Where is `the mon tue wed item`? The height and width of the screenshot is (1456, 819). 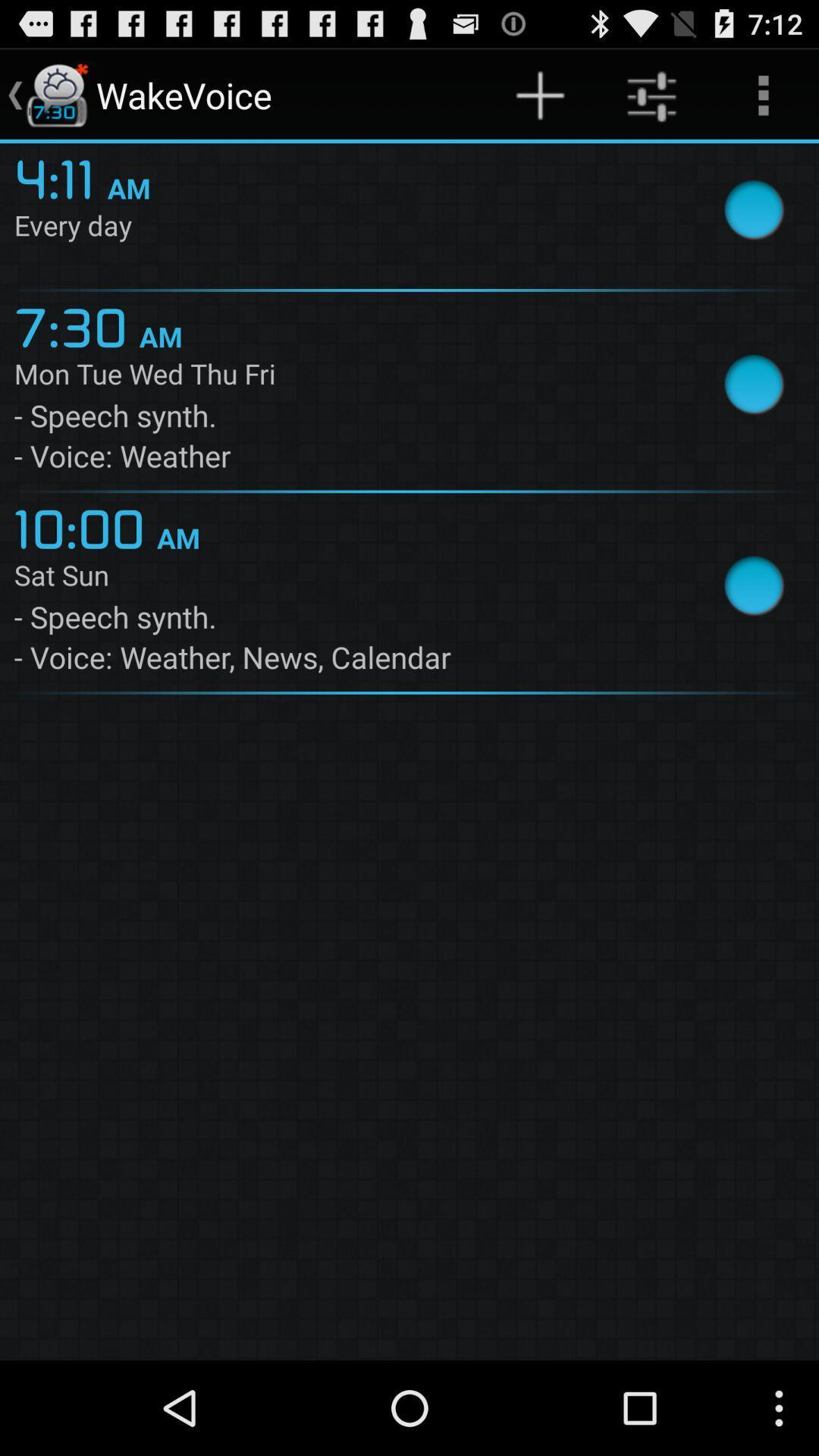
the mon tue wed item is located at coordinates (344, 377).